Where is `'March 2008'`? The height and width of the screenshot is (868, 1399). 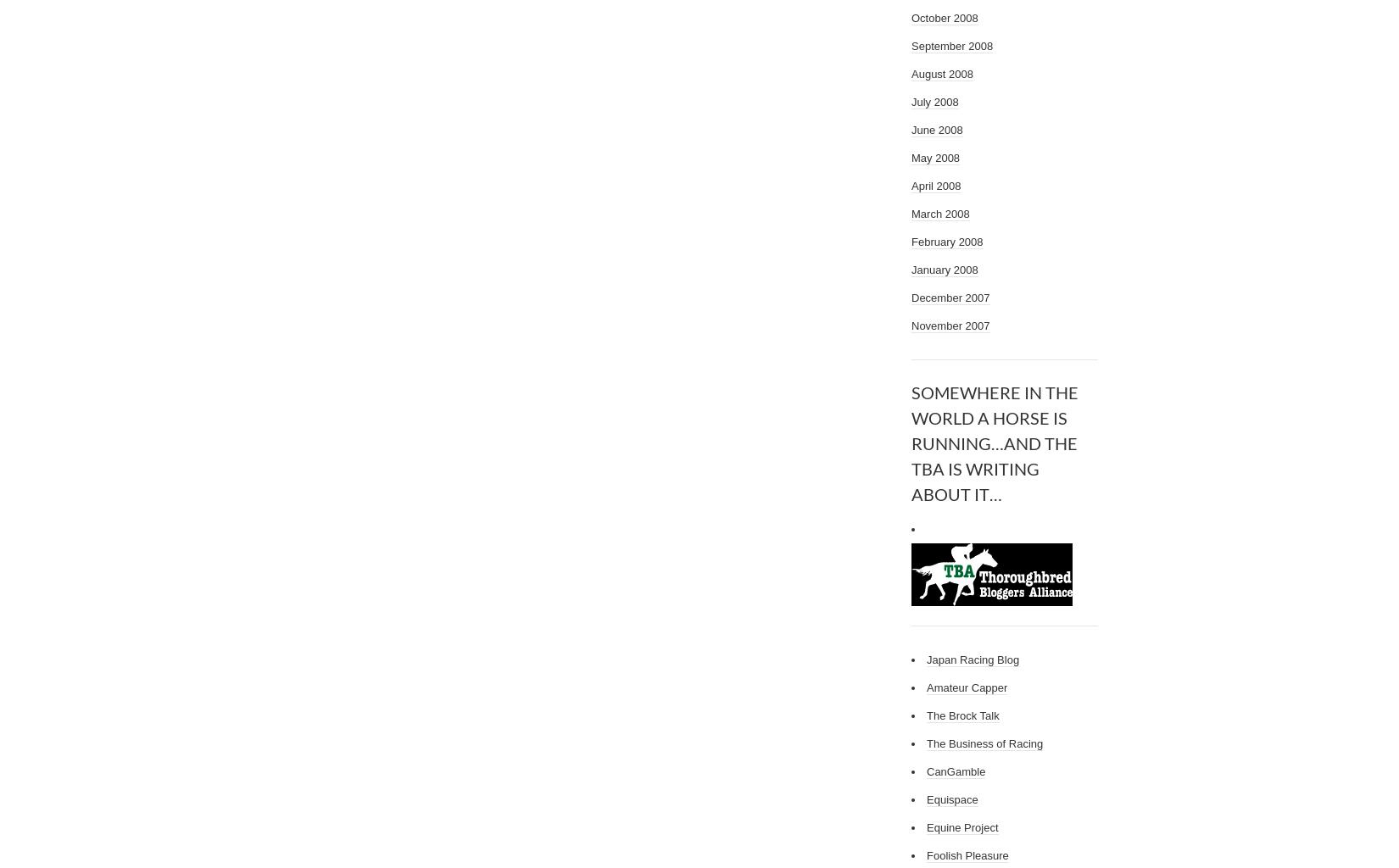
'March 2008' is located at coordinates (911, 213).